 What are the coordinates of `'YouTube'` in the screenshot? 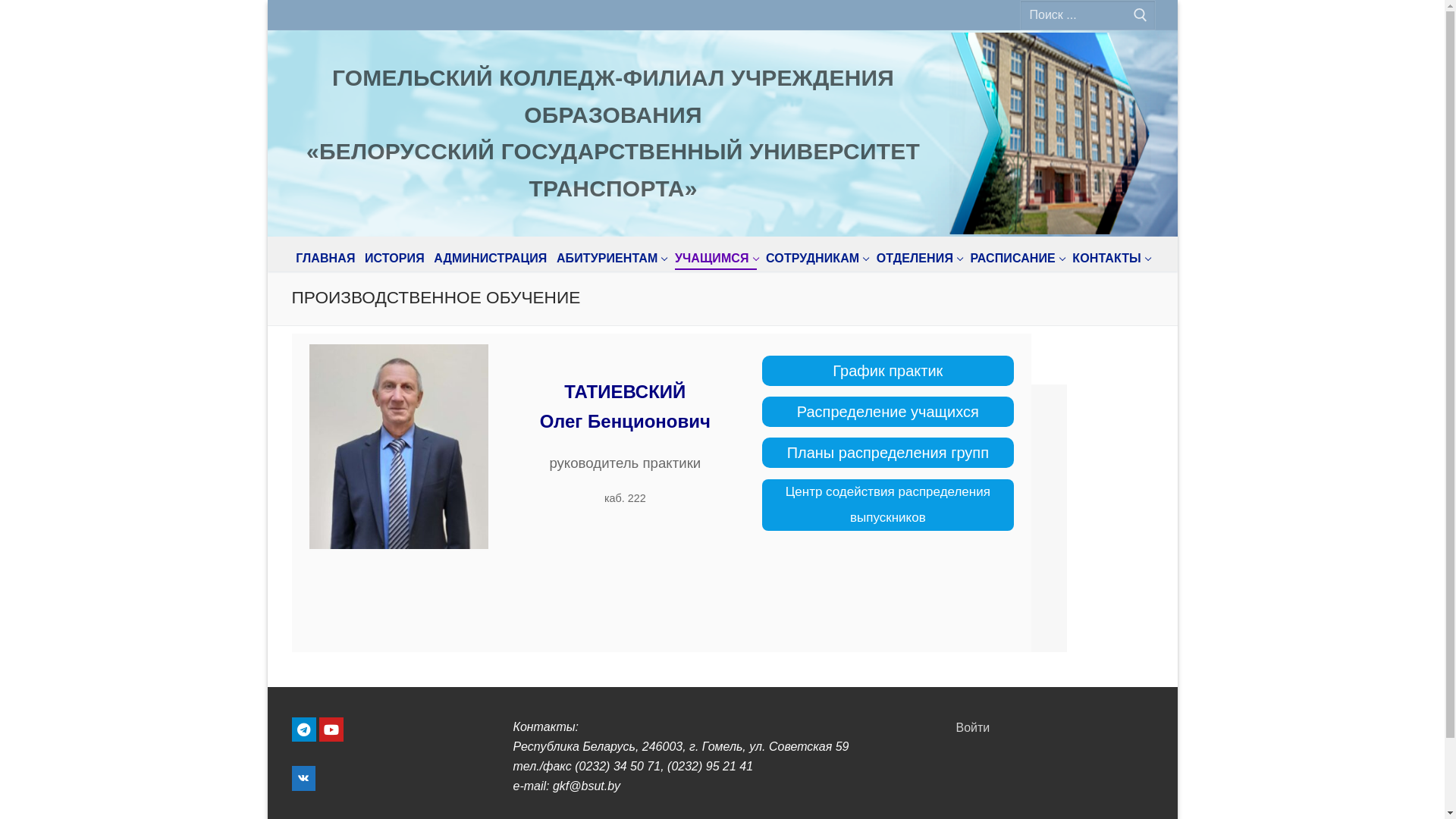 It's located at (318, 728).